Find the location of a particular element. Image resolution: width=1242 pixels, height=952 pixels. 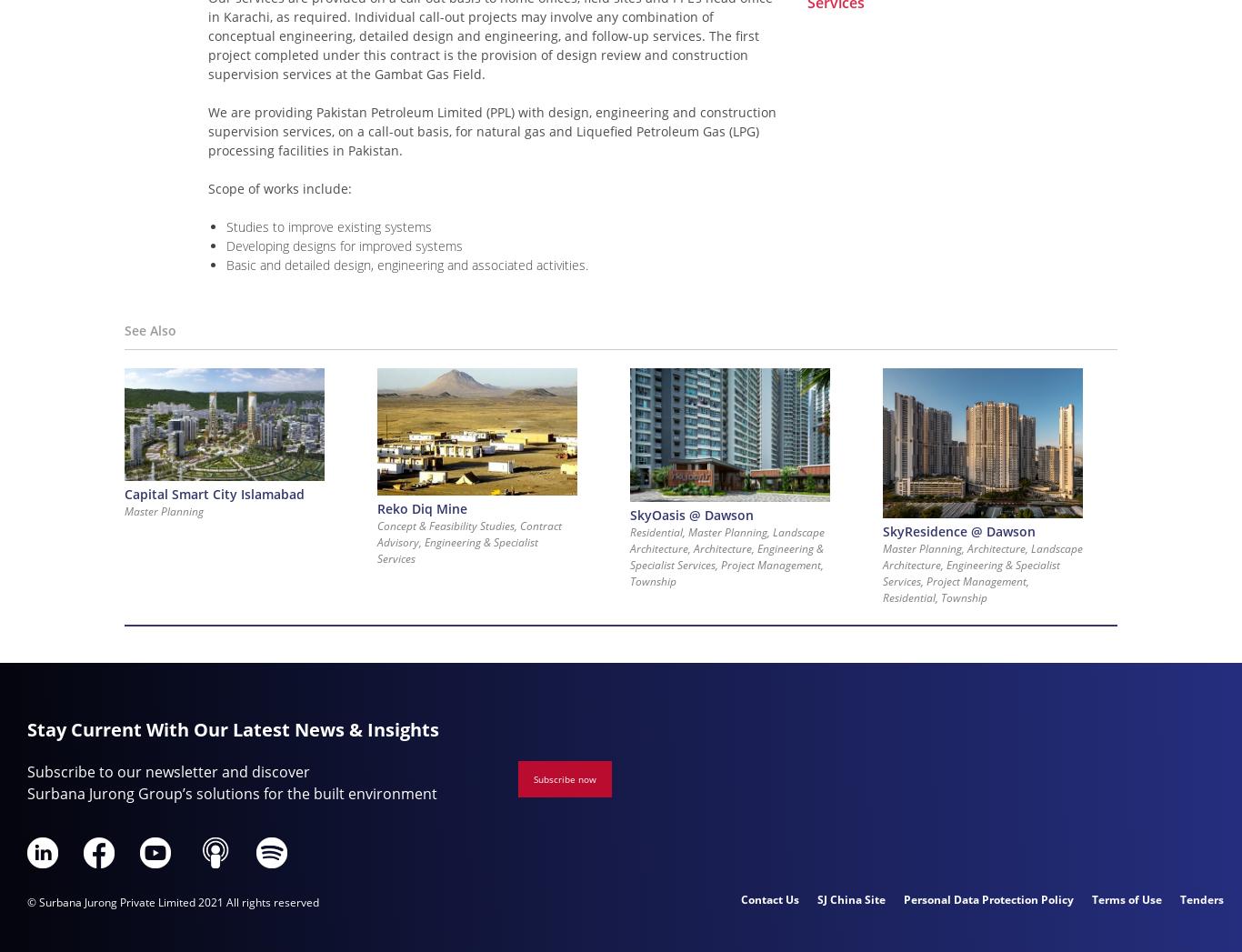

'We are providing Pakistan Petroleum Limited (PPL) with design, engineering and construction supervision services, on a call-out basis, for natural gas and Liquefied Petroleum Gas (LPG) processing facilities in Pakistan.' is located at coordinates (207, 131).